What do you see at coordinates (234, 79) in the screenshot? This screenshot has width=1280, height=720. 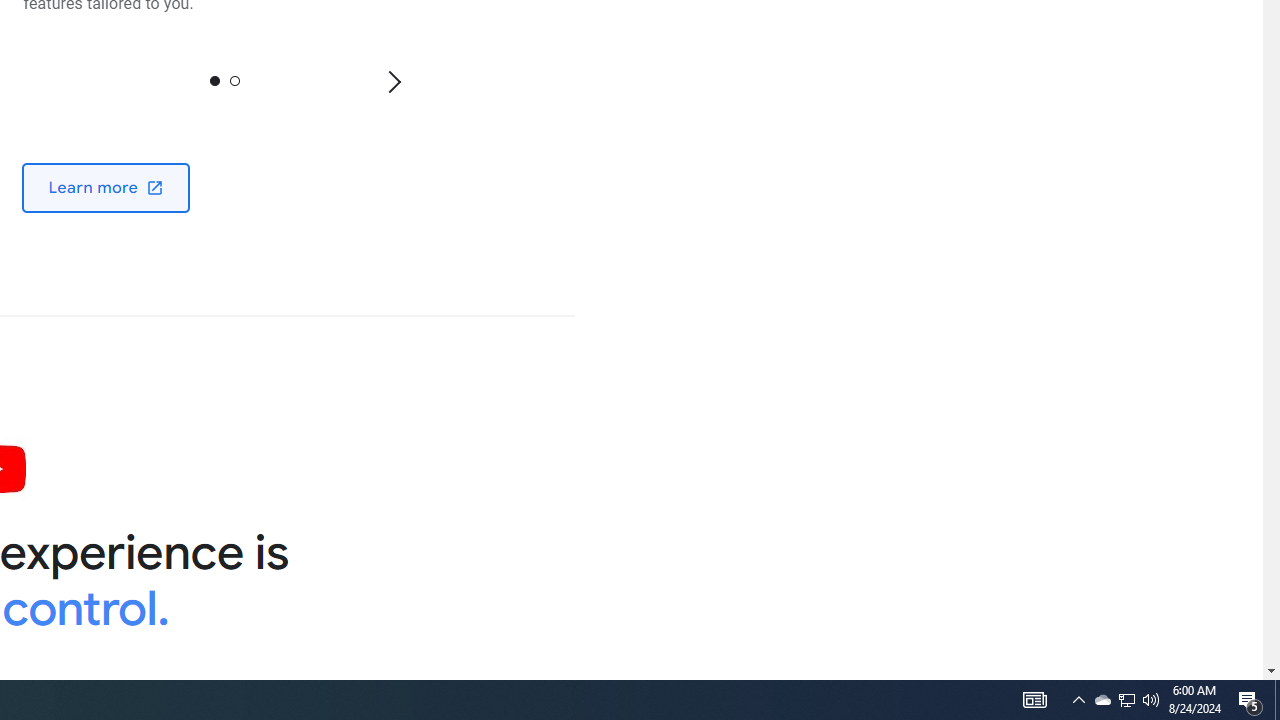 I see `'1'` at bounding box center [234, 79].